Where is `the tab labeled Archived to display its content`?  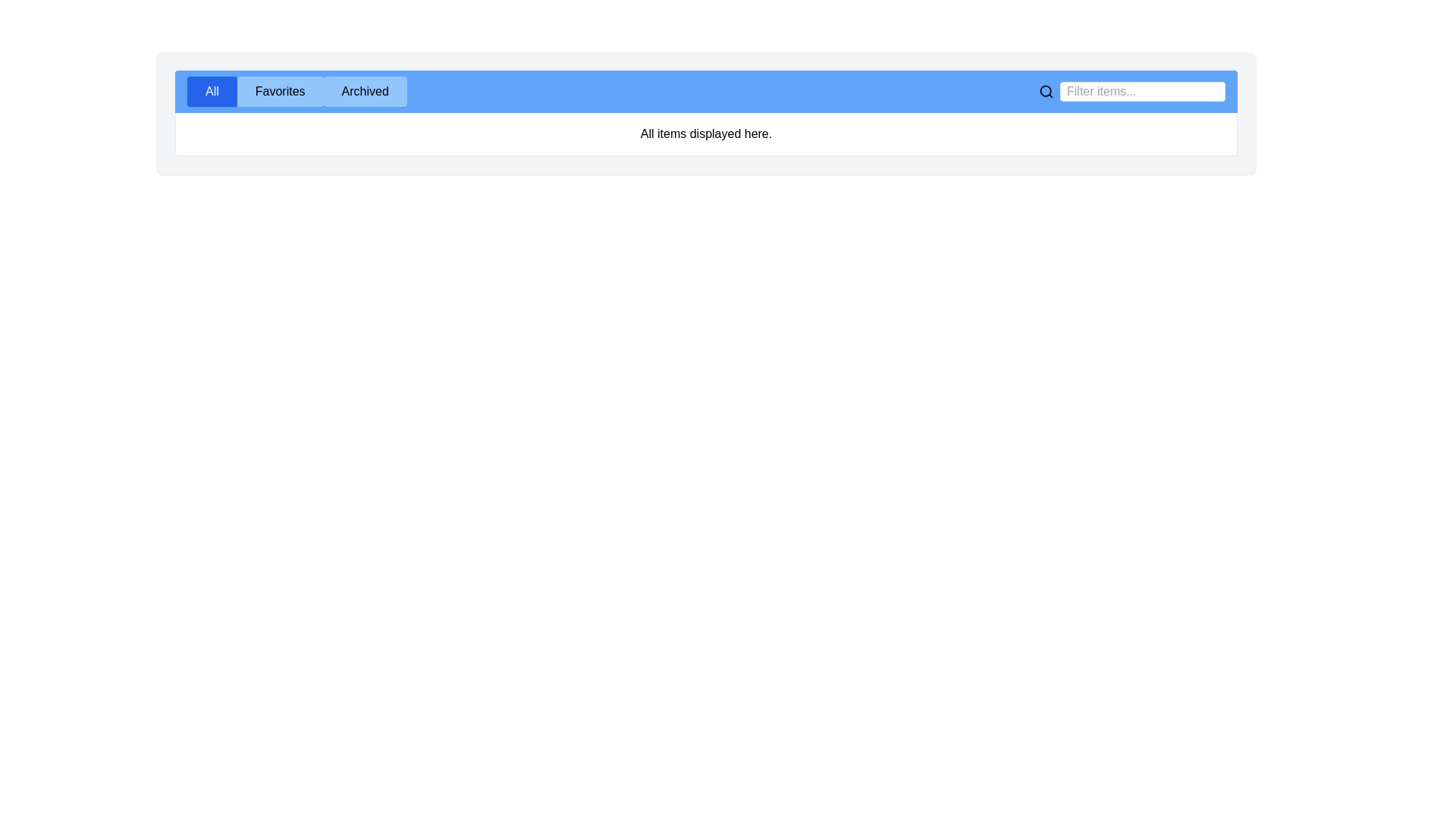 the tab labeled Archived to display its content is located at coordinates (365, 91).